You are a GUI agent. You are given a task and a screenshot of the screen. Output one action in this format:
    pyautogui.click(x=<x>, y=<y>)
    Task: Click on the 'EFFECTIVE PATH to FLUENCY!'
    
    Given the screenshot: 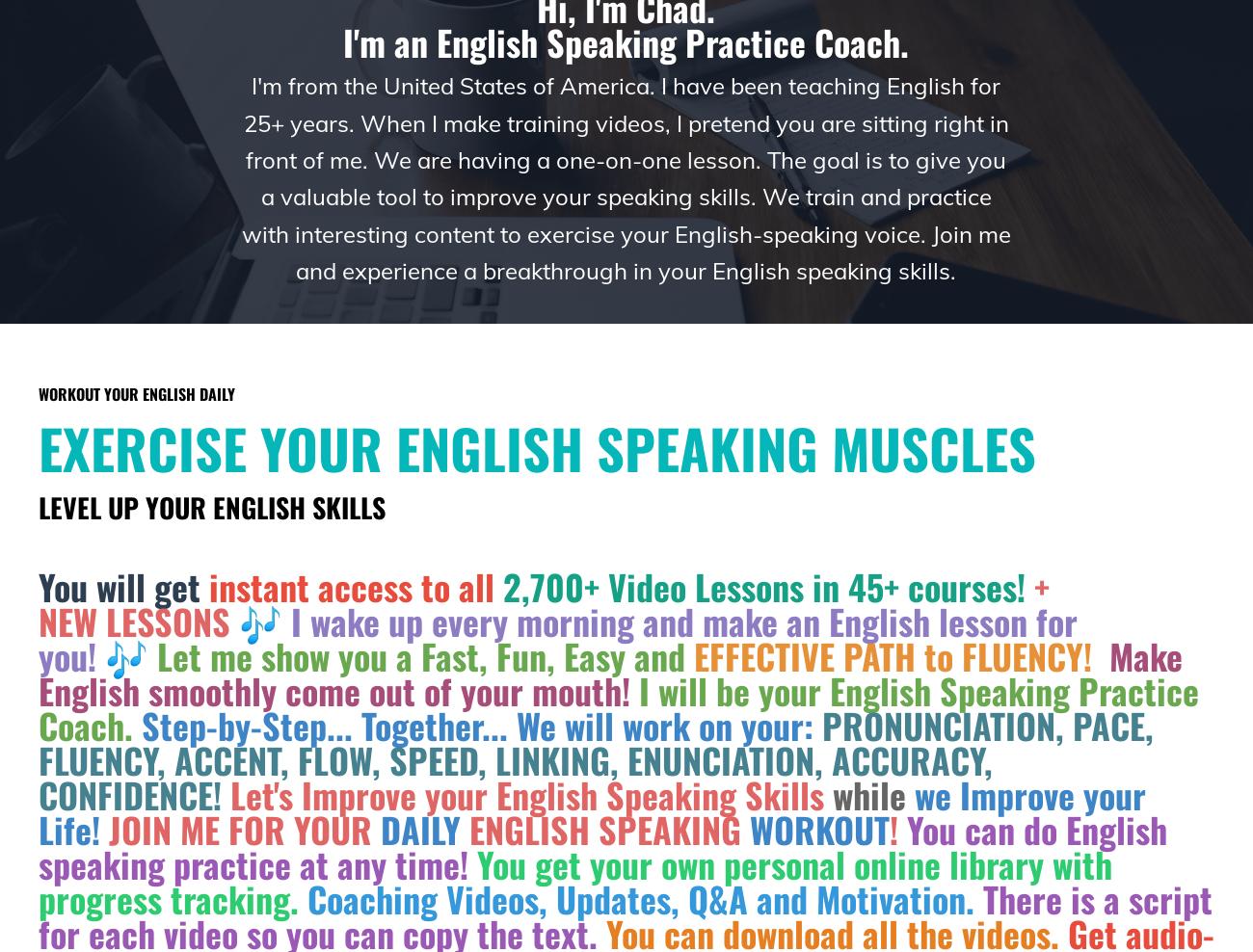 What is the action you would take?
    pyautogui.click(x=893, y=655)
    